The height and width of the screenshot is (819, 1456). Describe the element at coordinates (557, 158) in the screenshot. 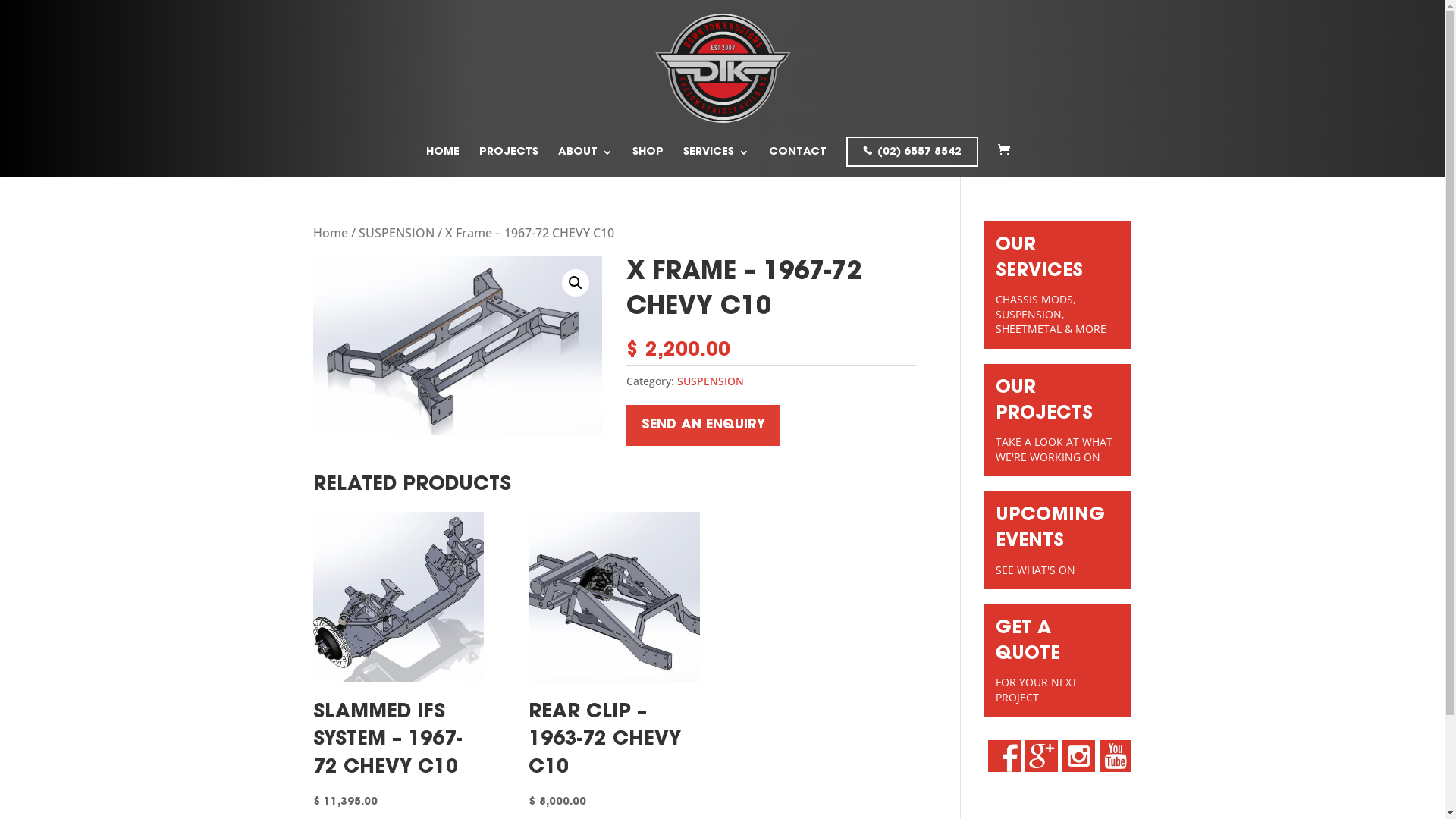

I see `'ABOUT'` at that location.